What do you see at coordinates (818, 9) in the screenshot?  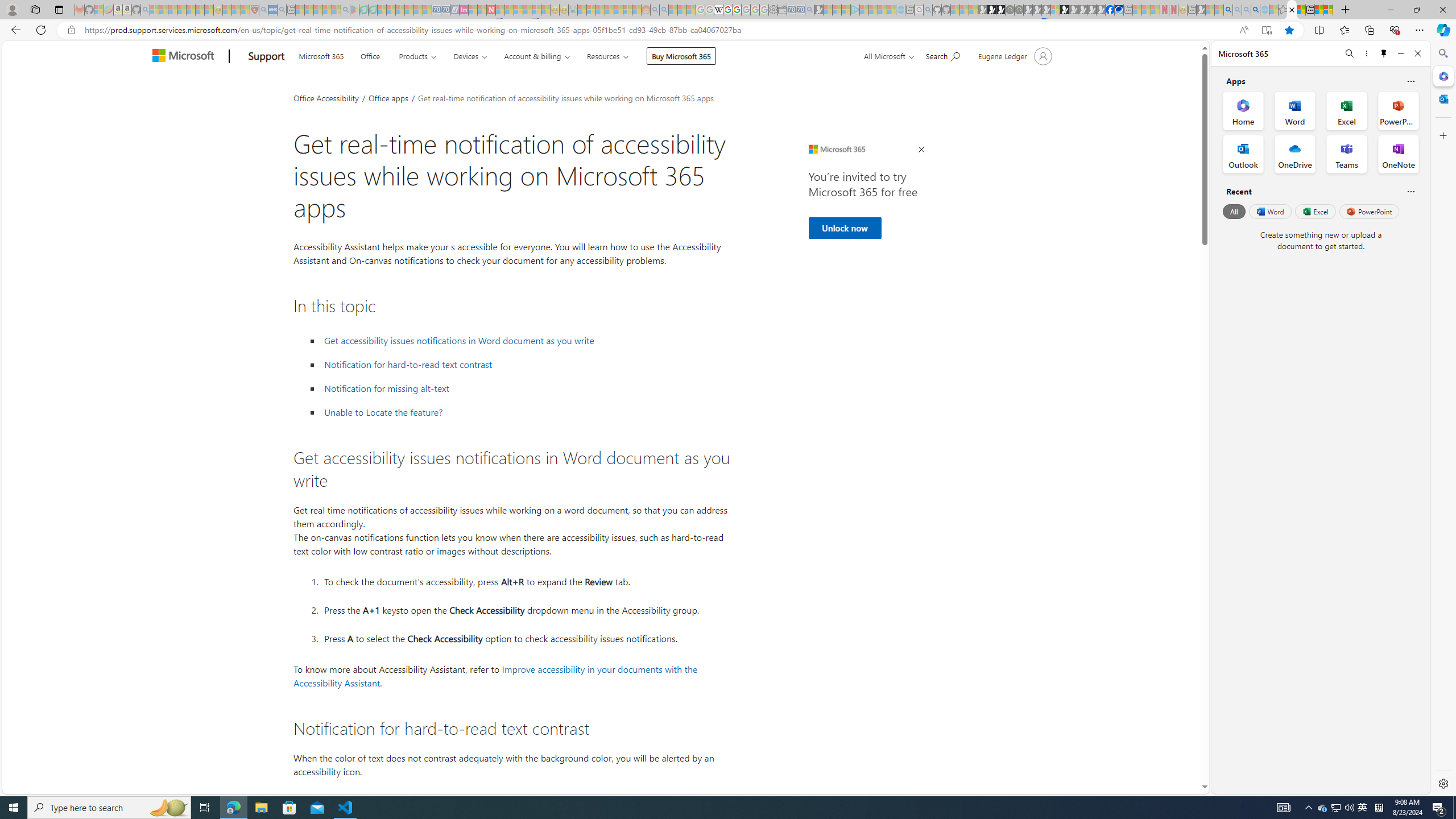 I see `'Microsoft Start Gaming - Sleeping'` at bounding box center [818, 9].